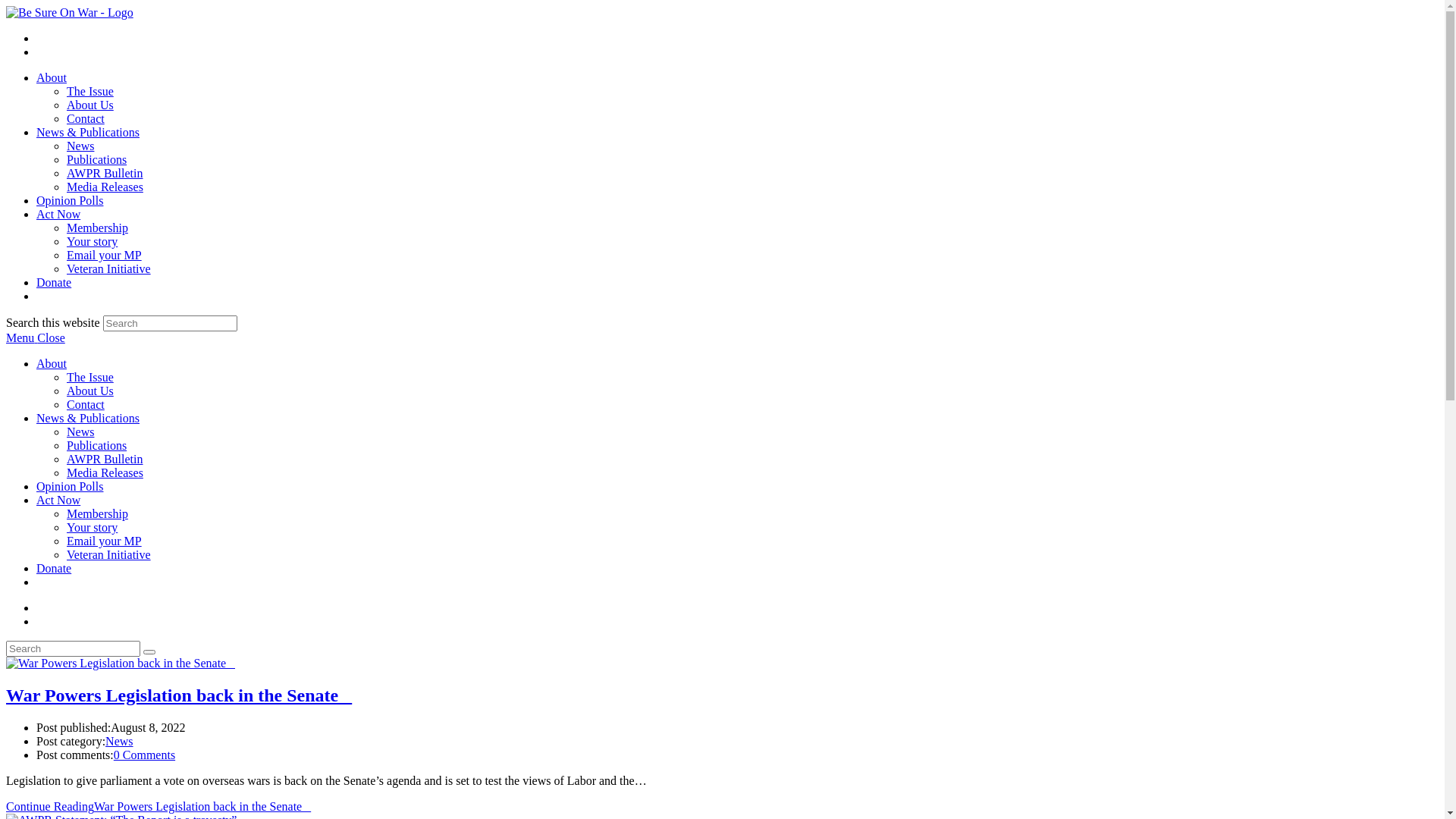  I want to click on 'About', so click(51, 77).